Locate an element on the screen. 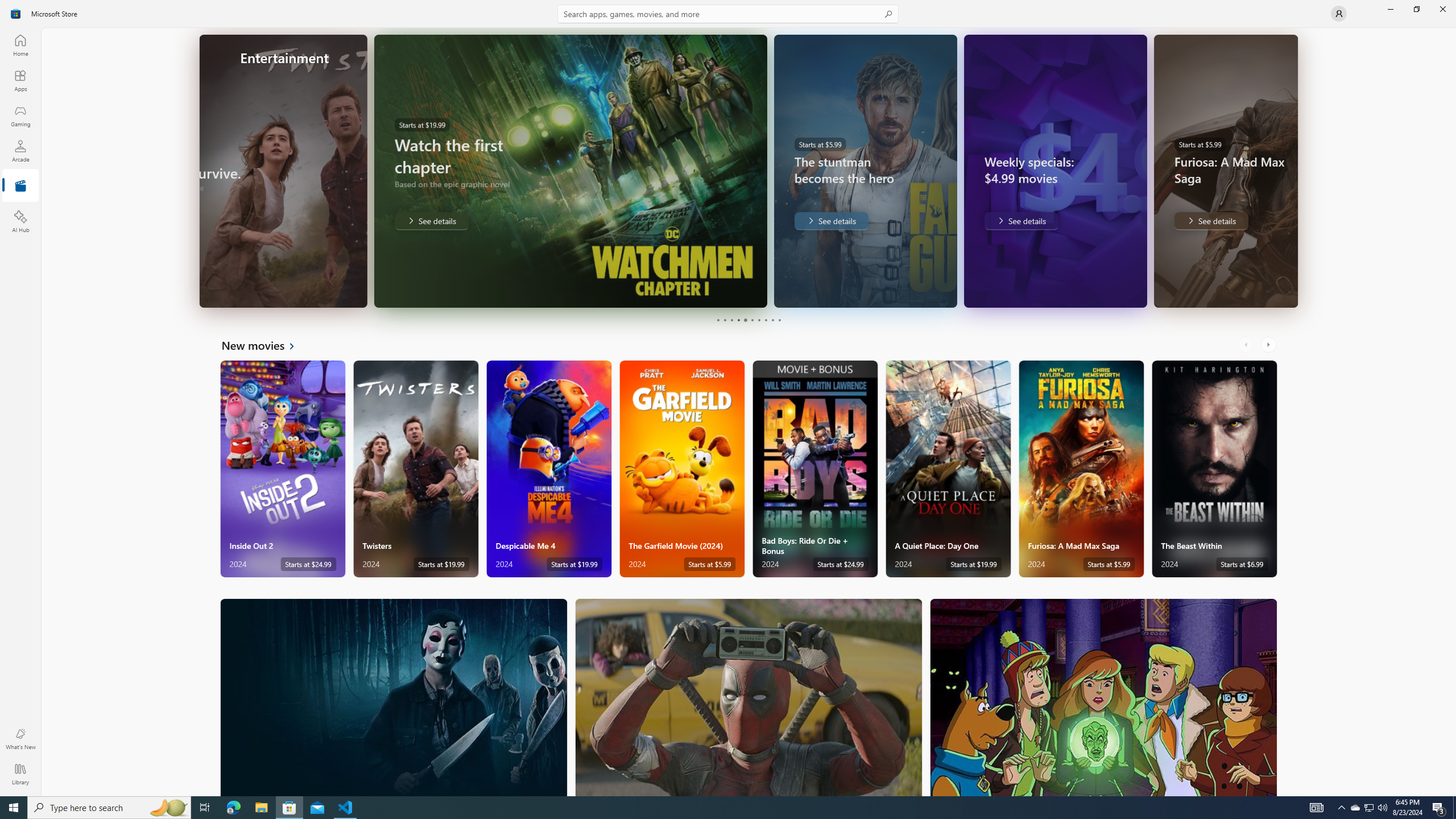 This screenshot has width=1456, height=819. 'The Garfield Movie (2024). Starts at $5.99  ' is located at coordinates (681, 469).